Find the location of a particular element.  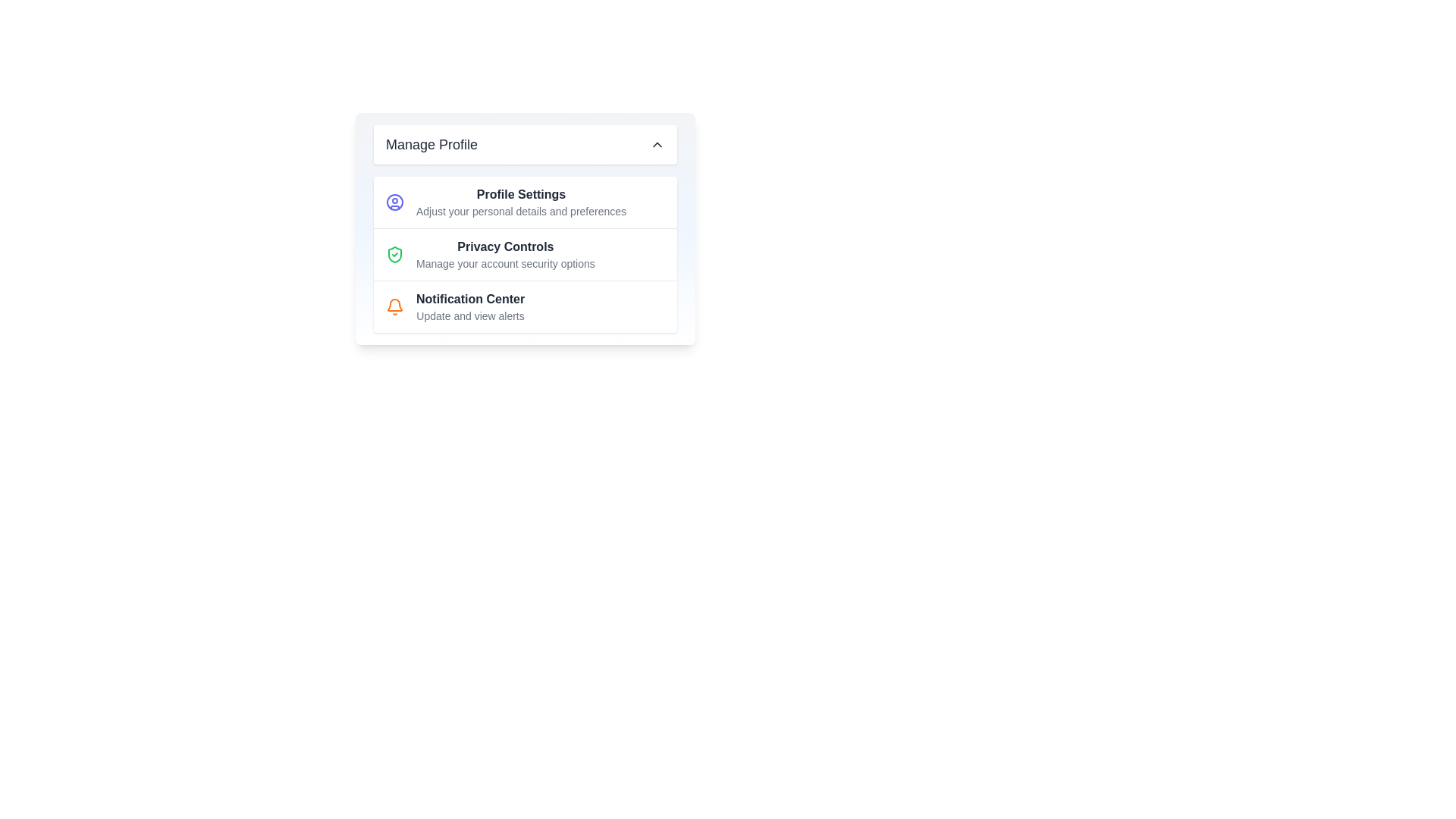

the green shield icon with a checkmark located next to 'Privacy Controls' in the list item, positioned between 'Profile Settings' and 'Notification Center' is located at coordinates (395, 253).